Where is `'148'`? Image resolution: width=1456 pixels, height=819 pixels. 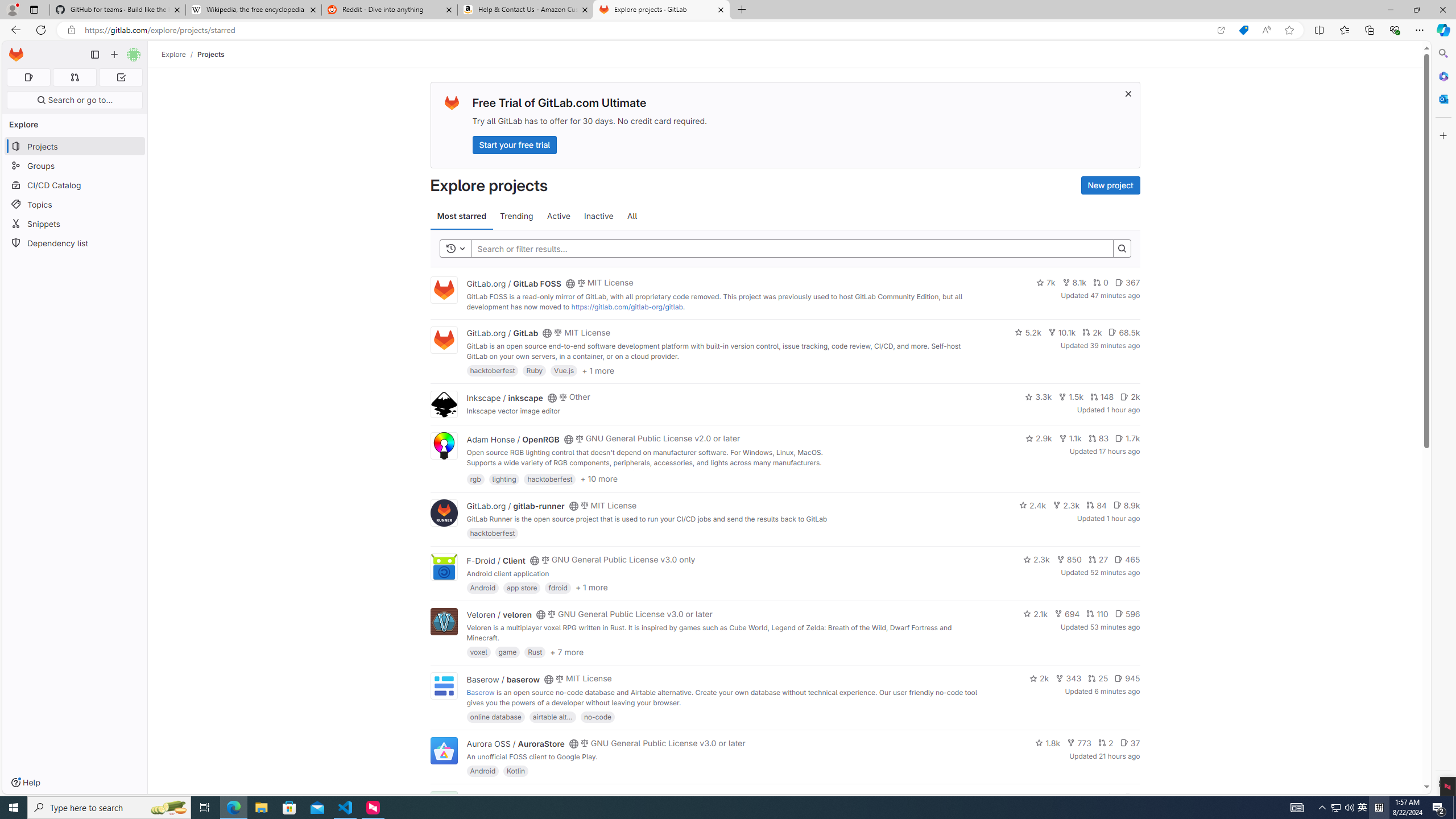 '148' is located at coordinates (1101, 396).